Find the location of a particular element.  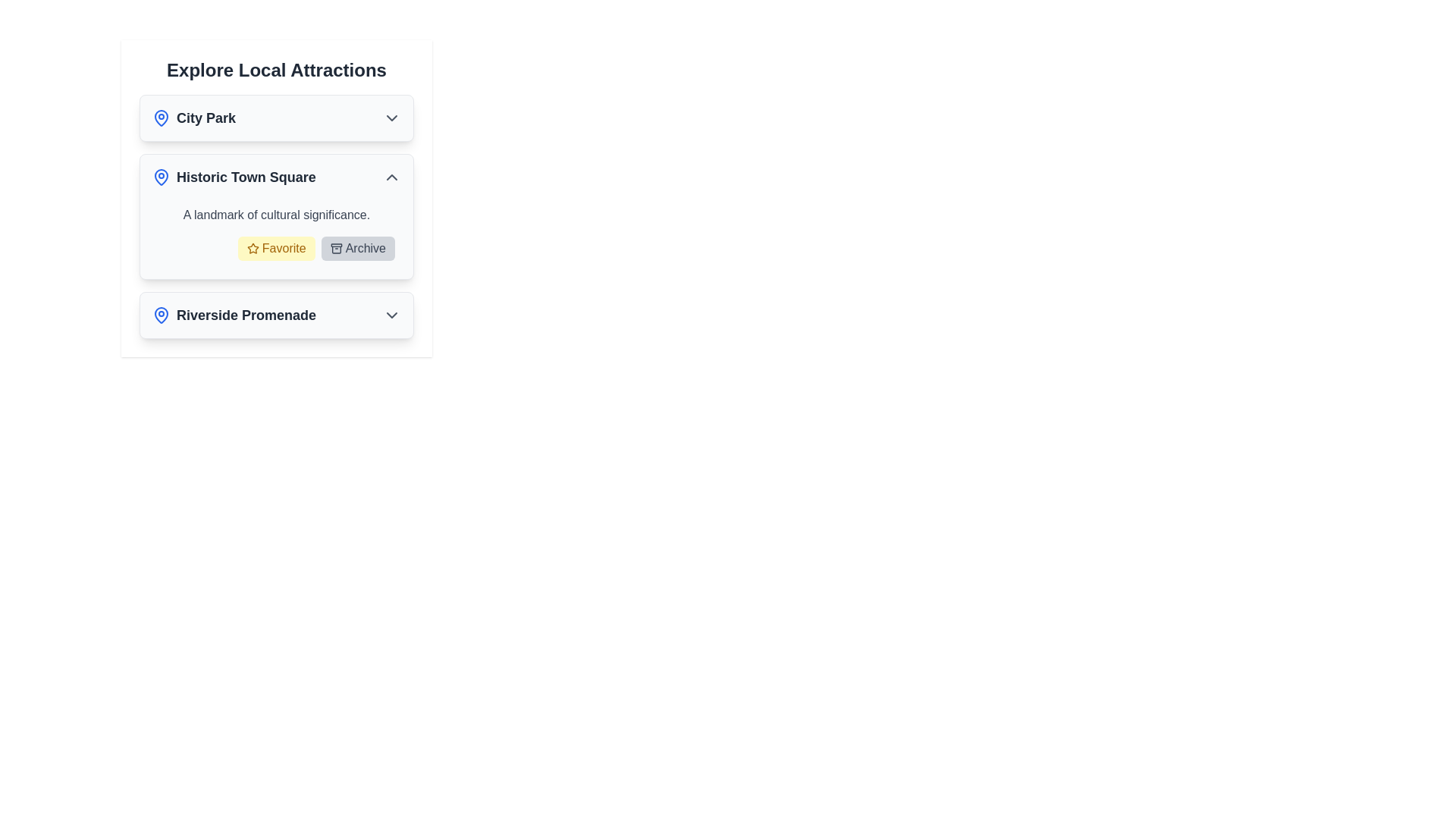

the 'Riverside Promenade' label with icon, which is the third entry in the list of local attractions is located at coordinates (234, 315).